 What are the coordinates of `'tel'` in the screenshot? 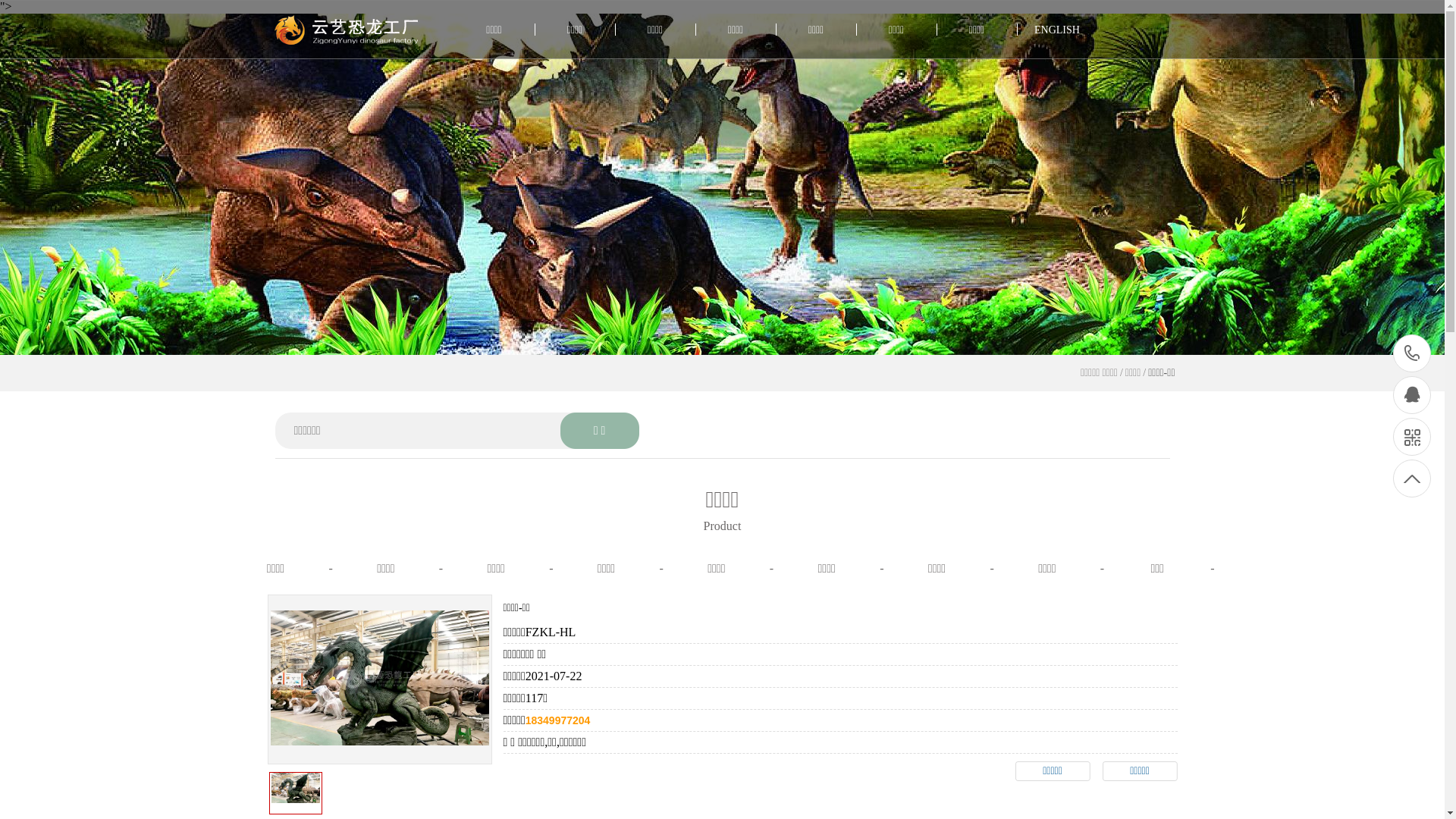 It's located at (1411, 353).